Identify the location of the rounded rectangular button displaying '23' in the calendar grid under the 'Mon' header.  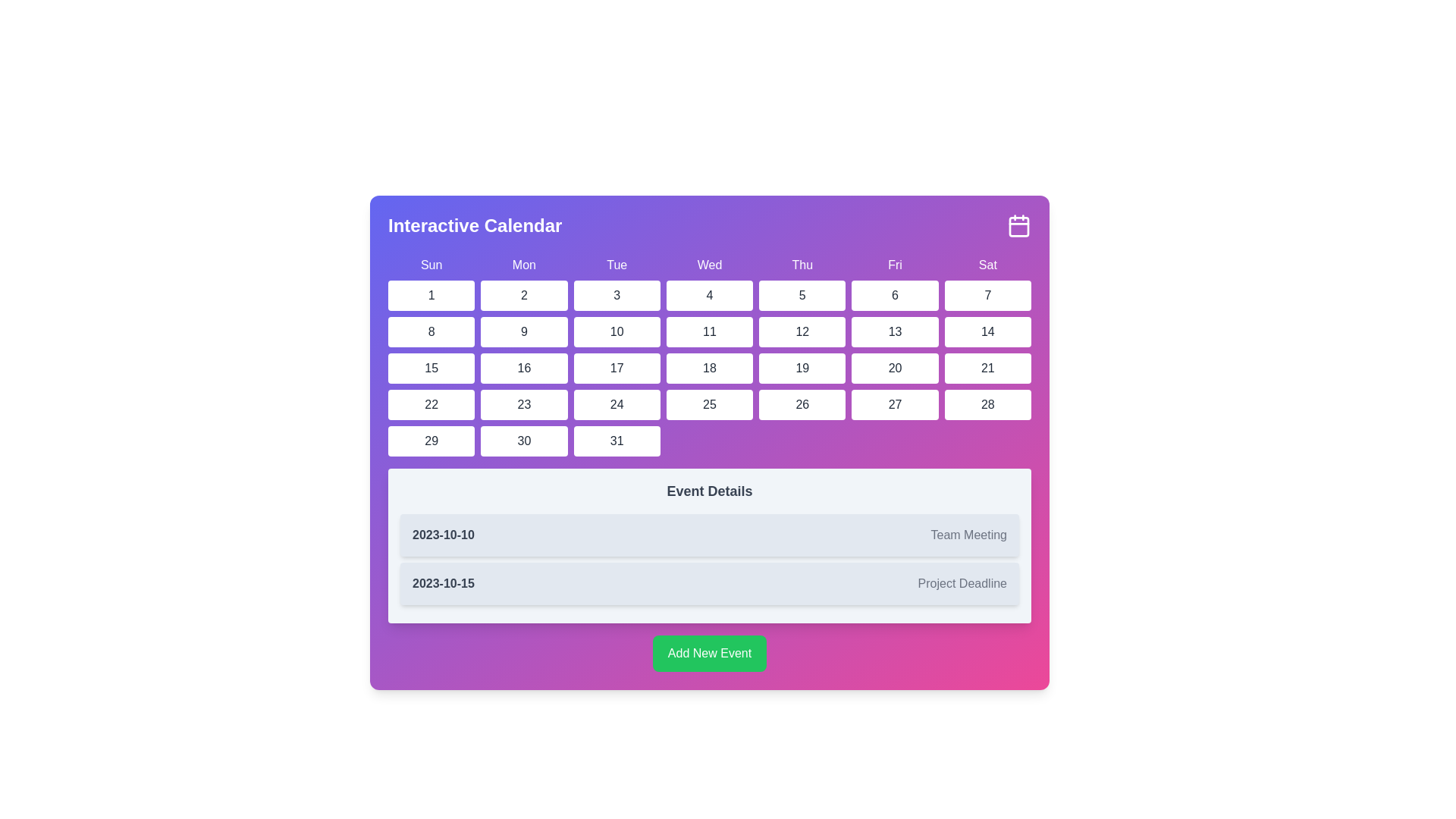
(524, 403).